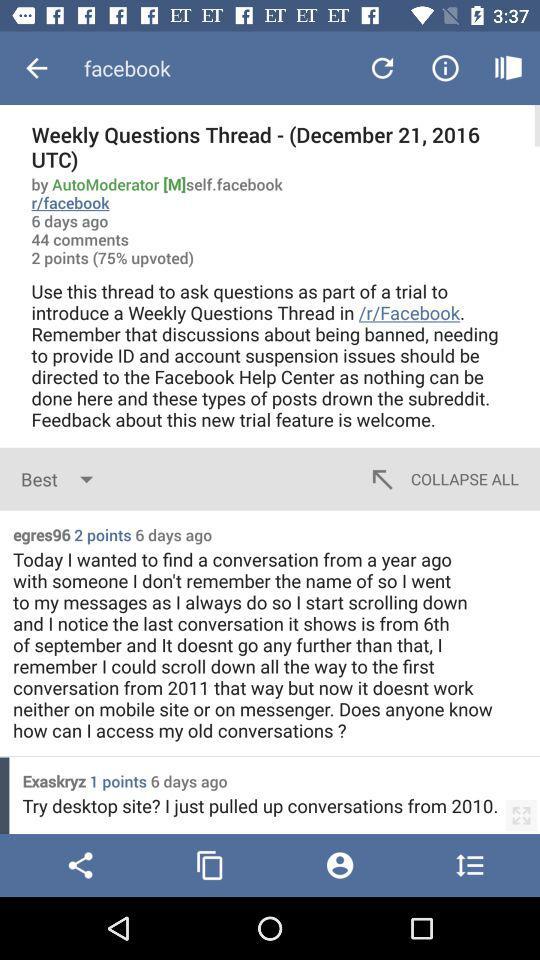  I want to click on the arrow_backward icon, so click(79, 864).